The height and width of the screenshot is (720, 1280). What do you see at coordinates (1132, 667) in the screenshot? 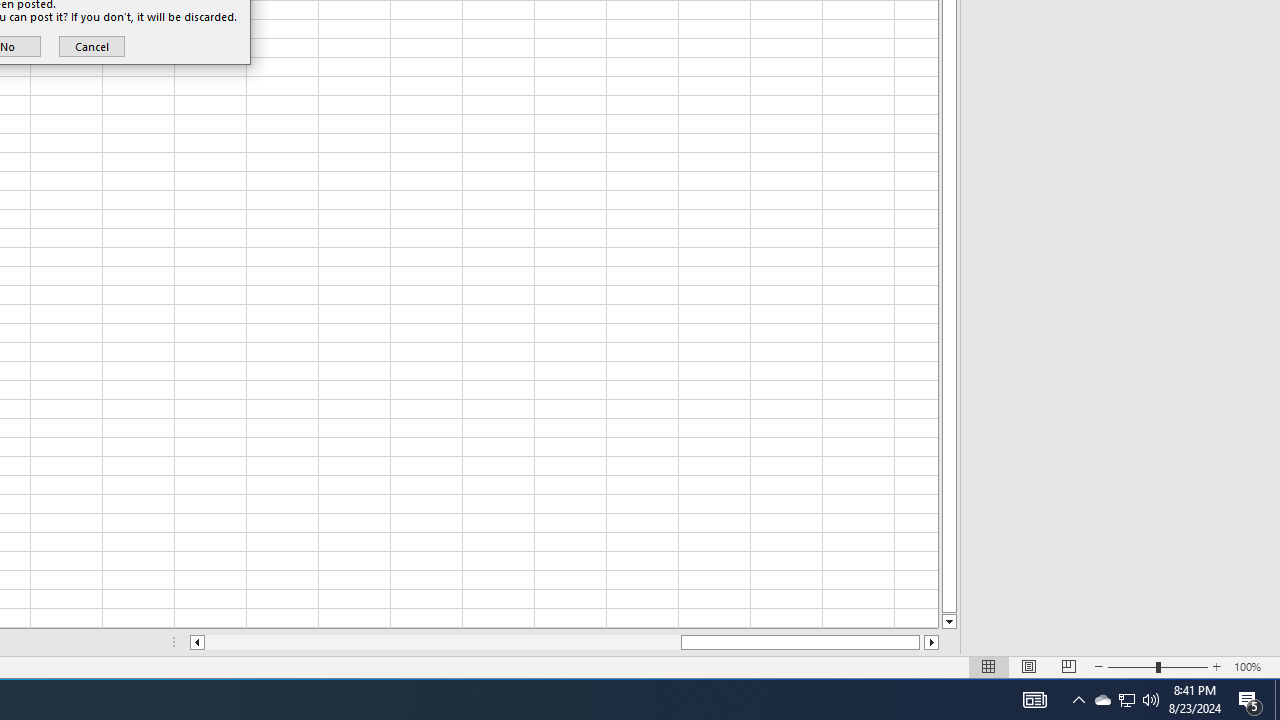
I see `'Zoom Out'` at bounding box center [1132, 667].